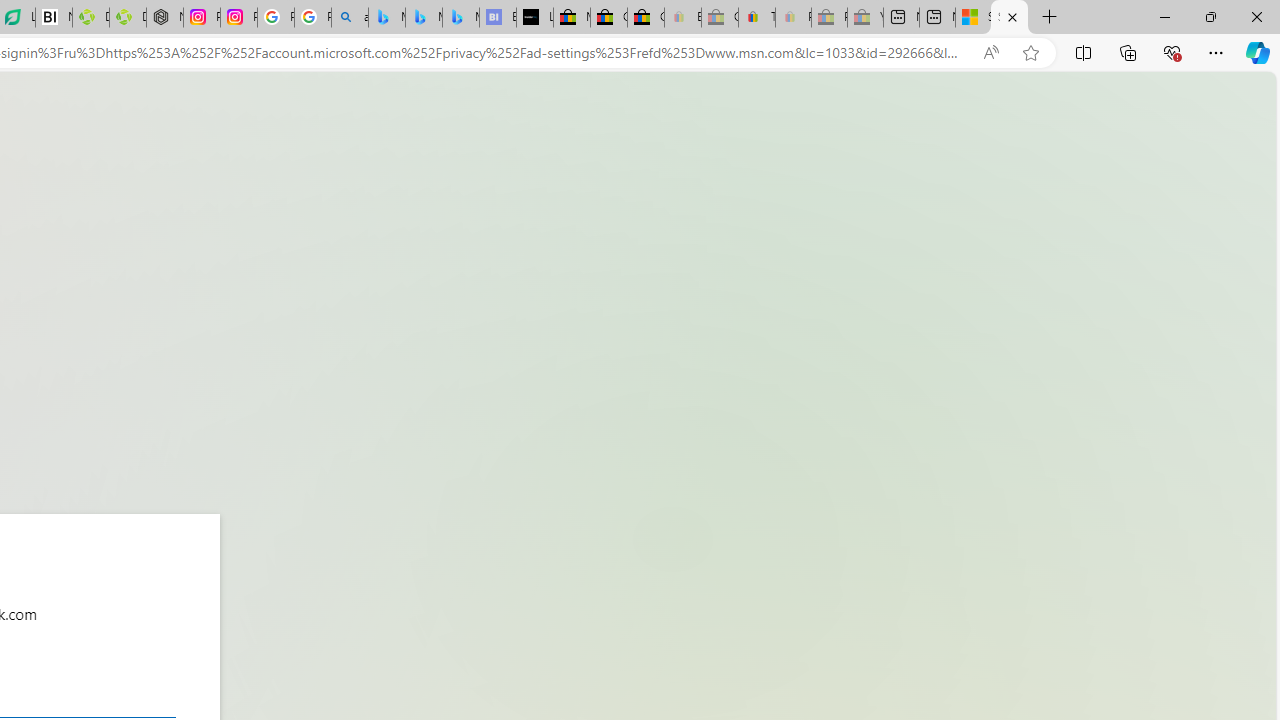  Describe the element at coordinates (459, 17) in the screenshot. I see `'Microsoft Bing Travel - Shangri-La Hotel Bangkok'` at that location.